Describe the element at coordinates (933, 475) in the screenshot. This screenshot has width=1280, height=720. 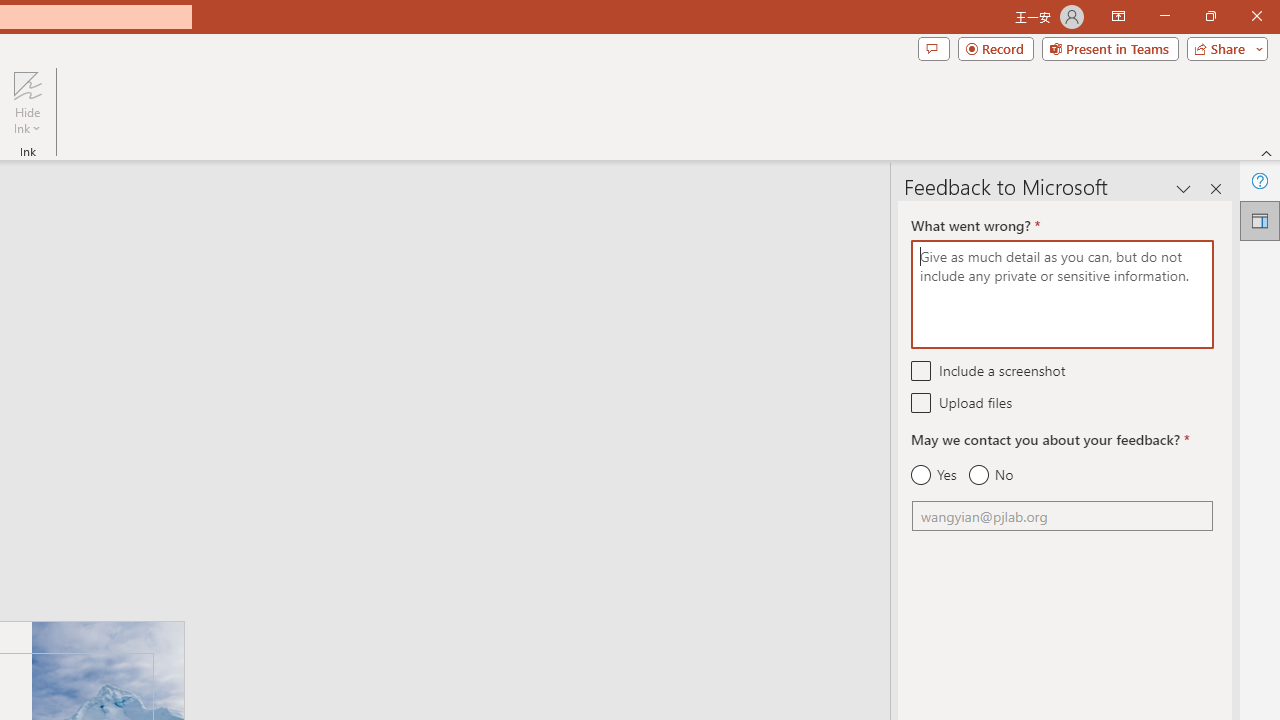
I see `'Yes'` at that location.